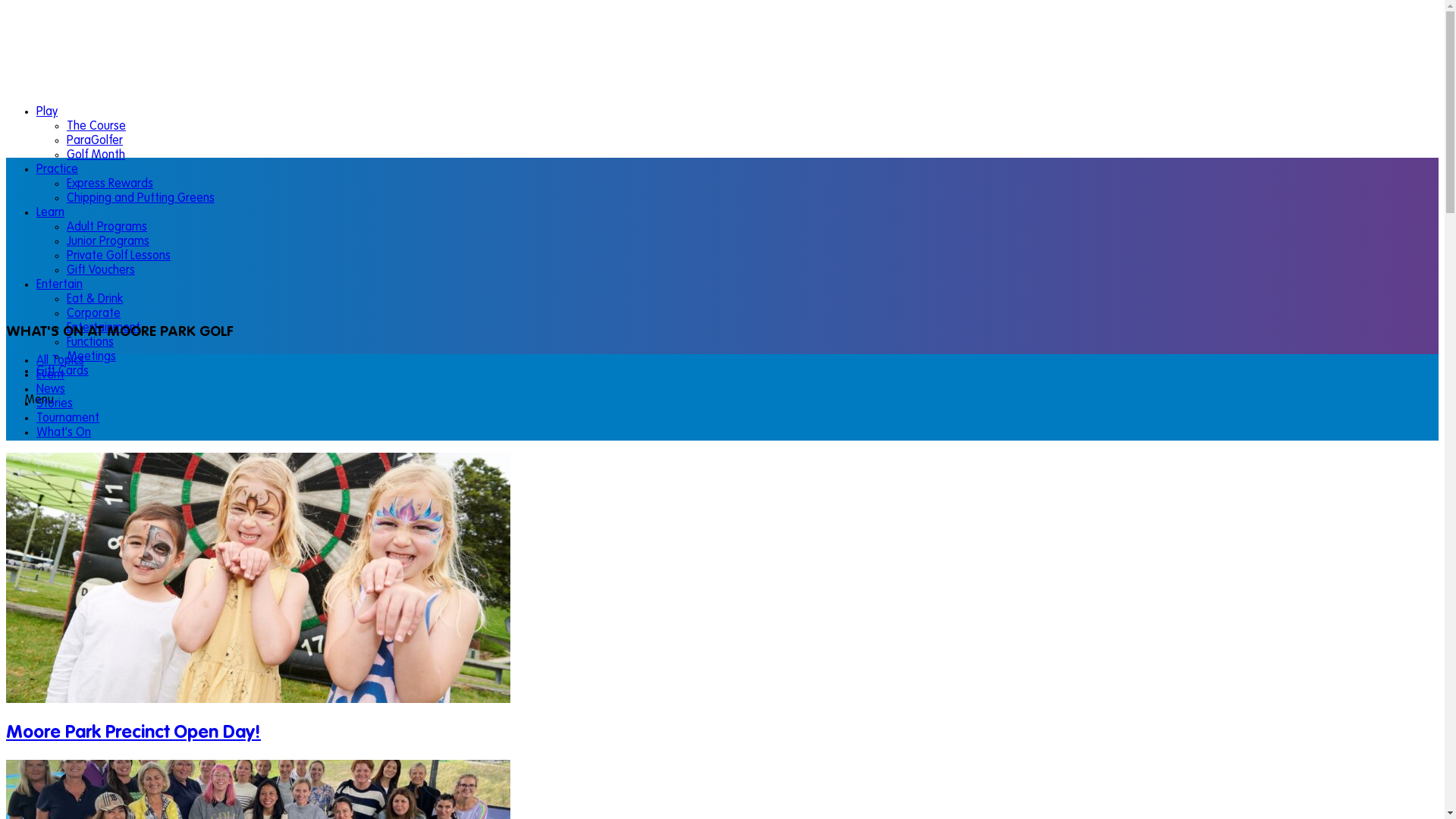 The height and width of the screenshot is (819, 1456). Describe the element at coordinates (61, 371) in the screenshot. I see `'Gift Cards'` at that location.